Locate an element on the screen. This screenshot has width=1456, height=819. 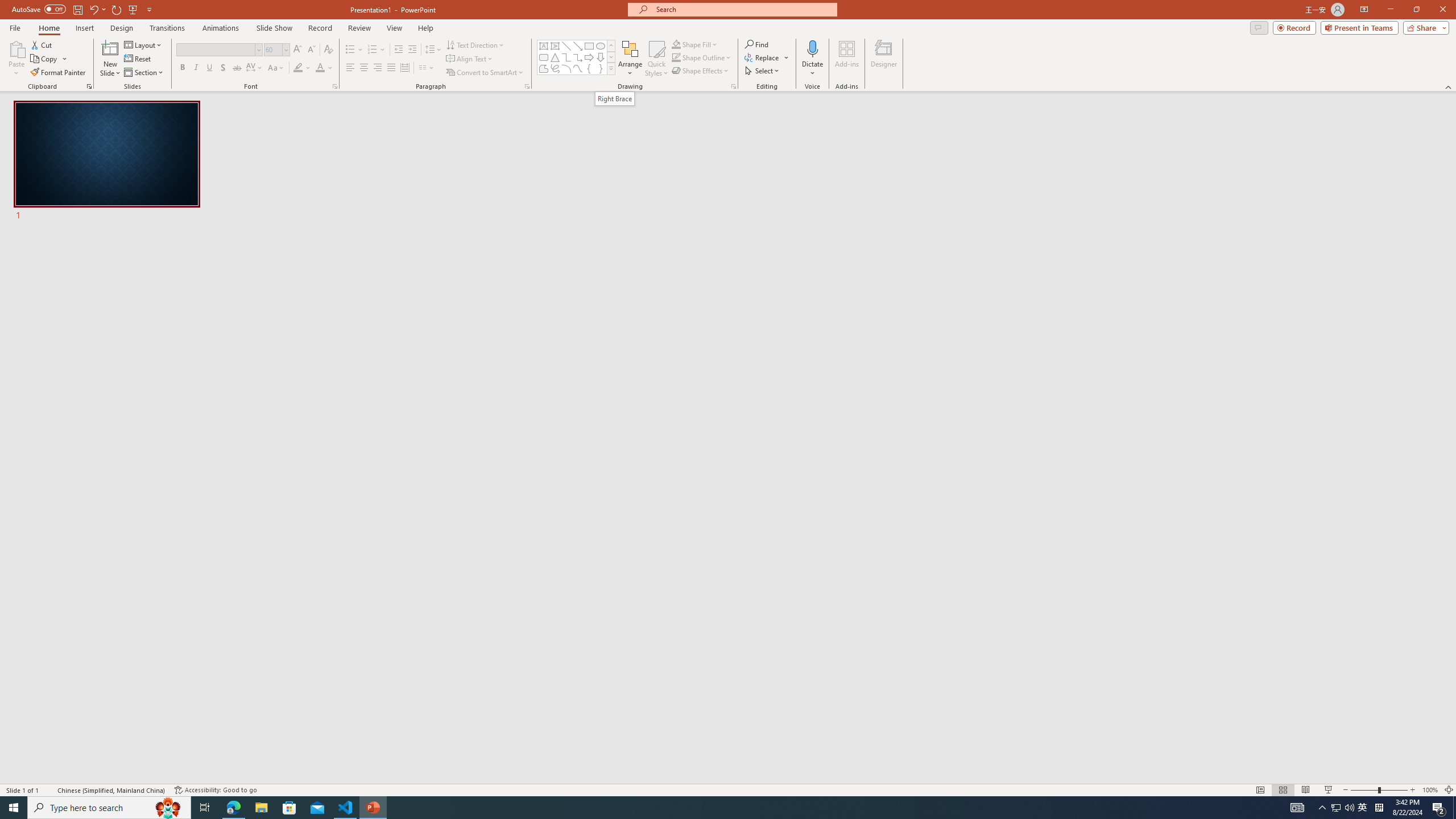
'Shape Fill Orange, Accent 2' is located at coordinates (676, 44).